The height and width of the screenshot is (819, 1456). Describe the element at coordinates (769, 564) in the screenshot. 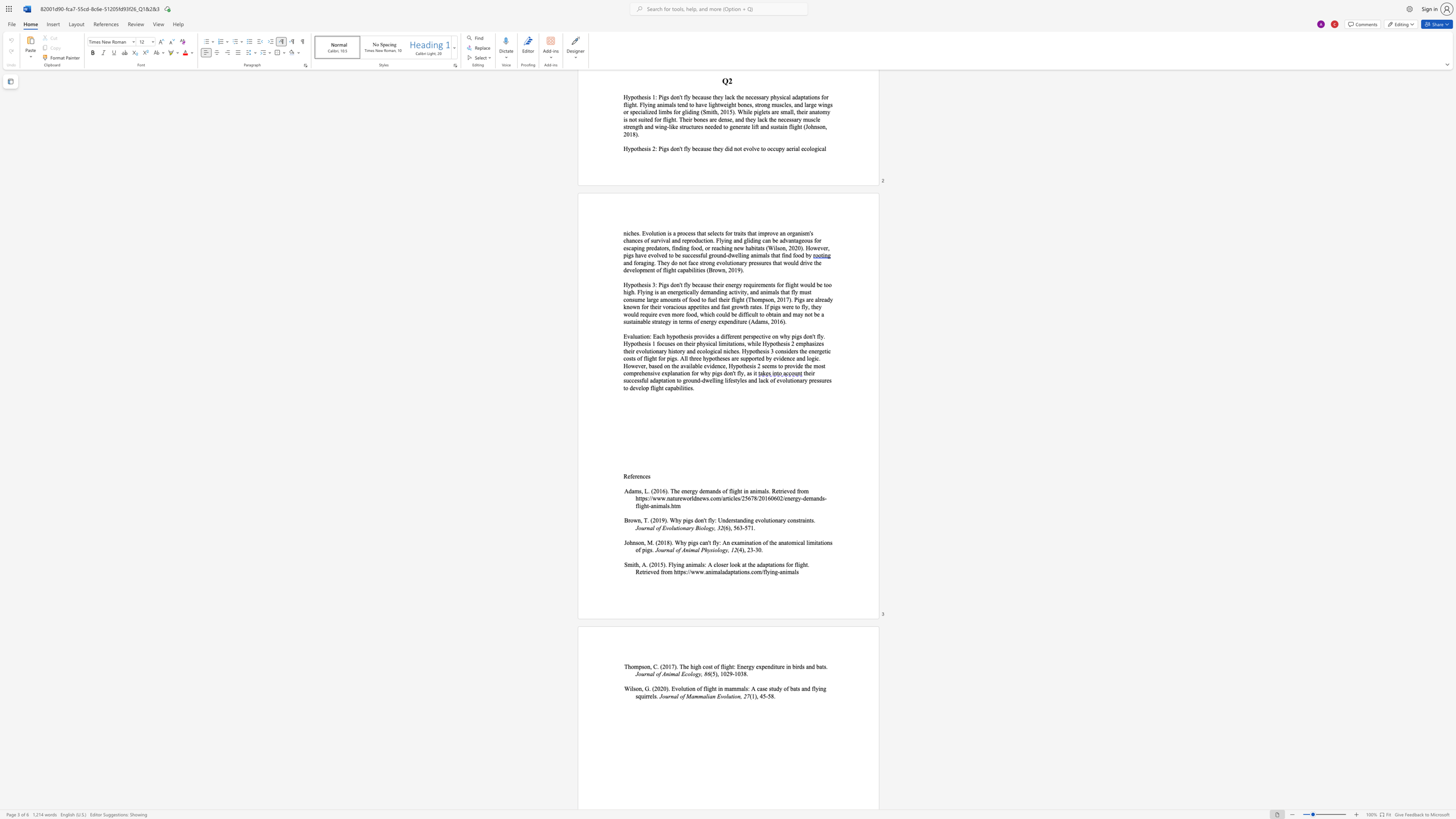

I see `the 4th character "t" in the text` at that location.